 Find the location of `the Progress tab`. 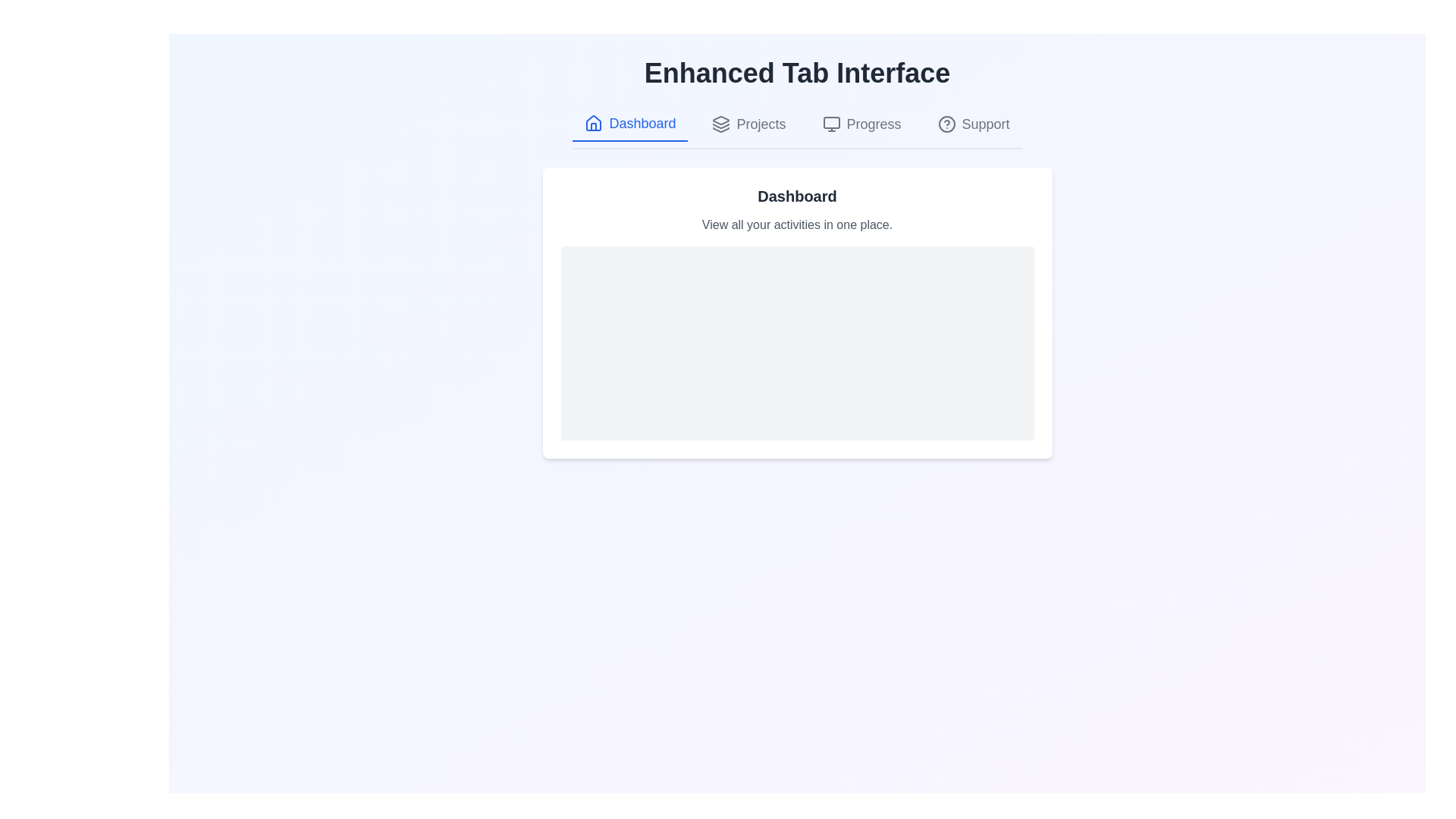

the Progress tab is located at coordinates (861, 124).